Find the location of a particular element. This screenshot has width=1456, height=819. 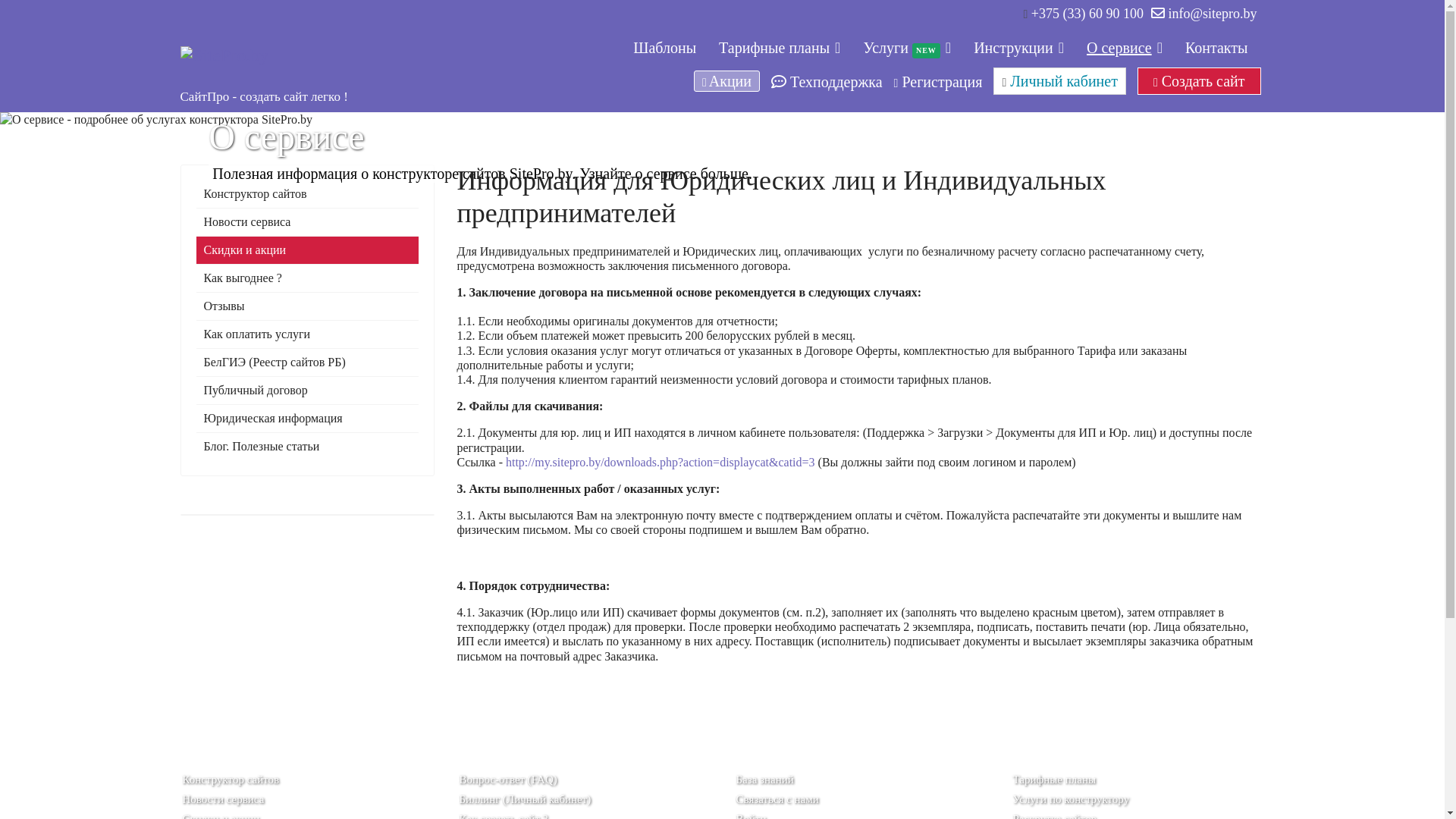

'info@sitepro.by' is located at coordinates (1211, 14).